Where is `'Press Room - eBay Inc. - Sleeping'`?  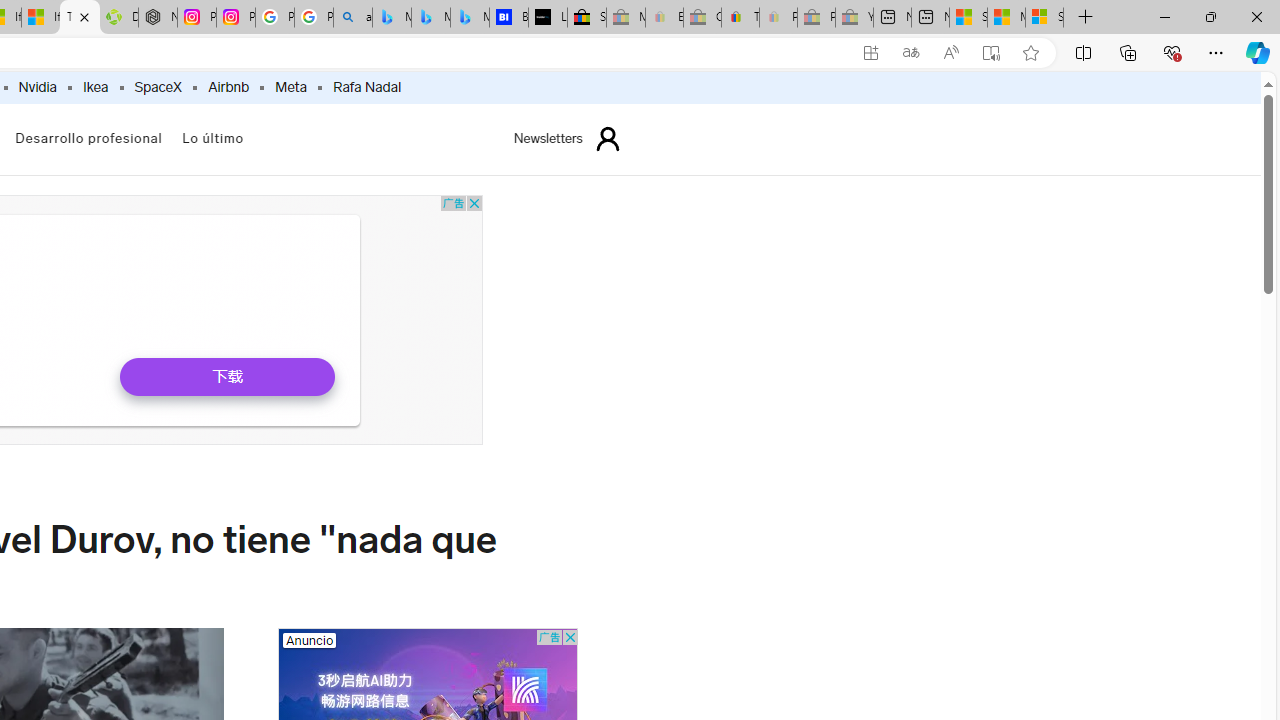
'Press Room - eBay Inc. - Sleeping' is located at coordinates (816, 17).